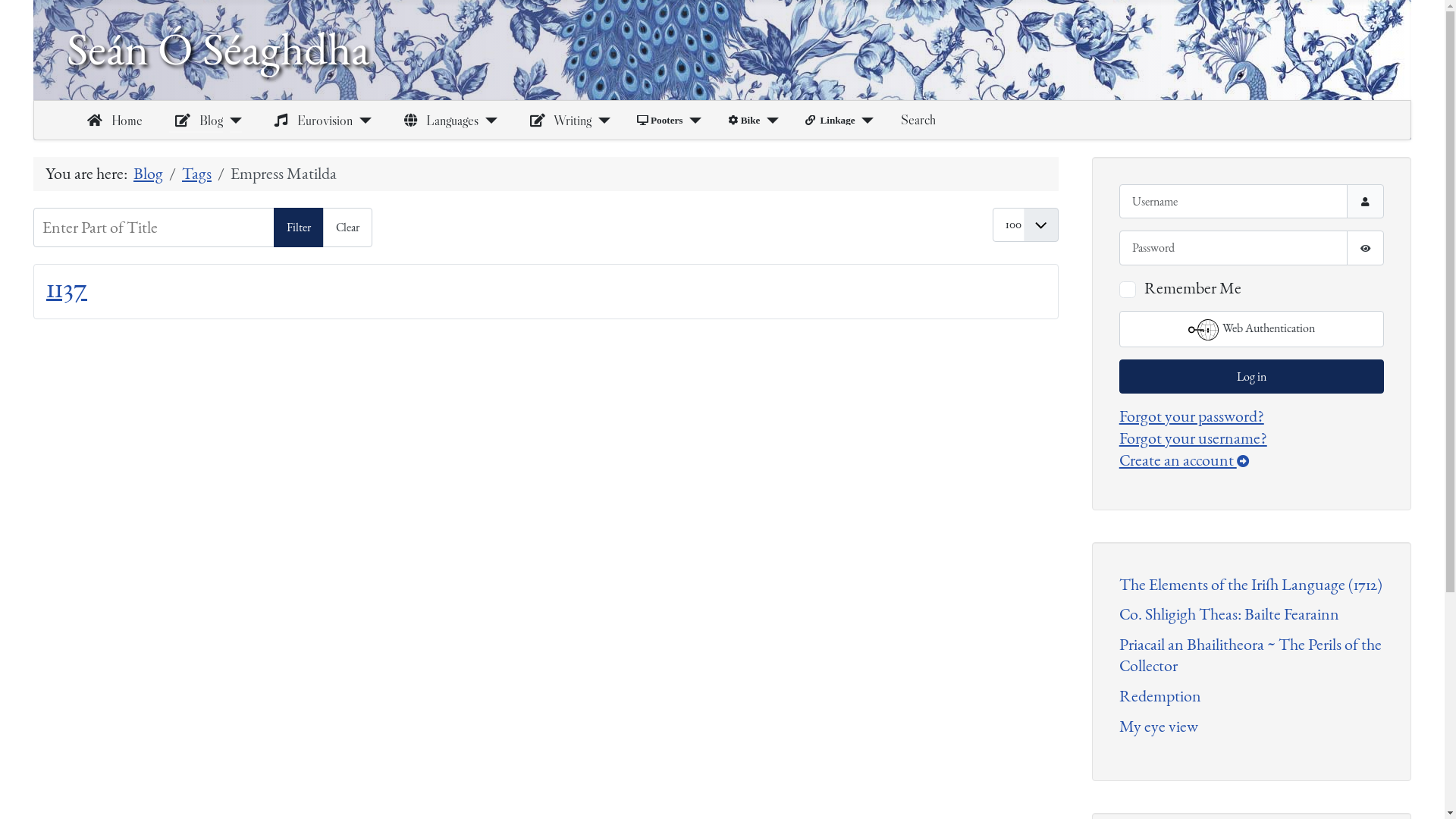 This screenshot has width=1456, height=819. What do you see at coordinates (1159, 696) in the screenshot?
I see `'Redemption'` at bounding box center [1159, 696].